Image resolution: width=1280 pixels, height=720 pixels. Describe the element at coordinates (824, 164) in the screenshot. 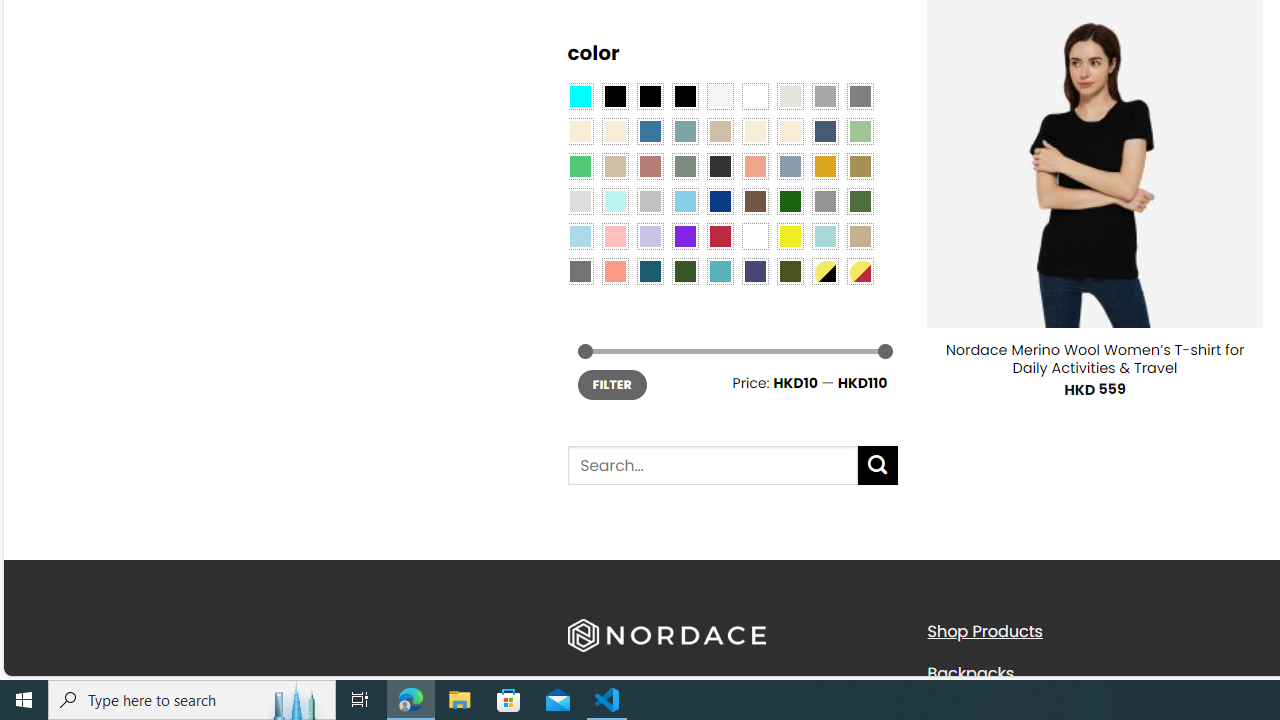

I see `'Gold'` at that location.